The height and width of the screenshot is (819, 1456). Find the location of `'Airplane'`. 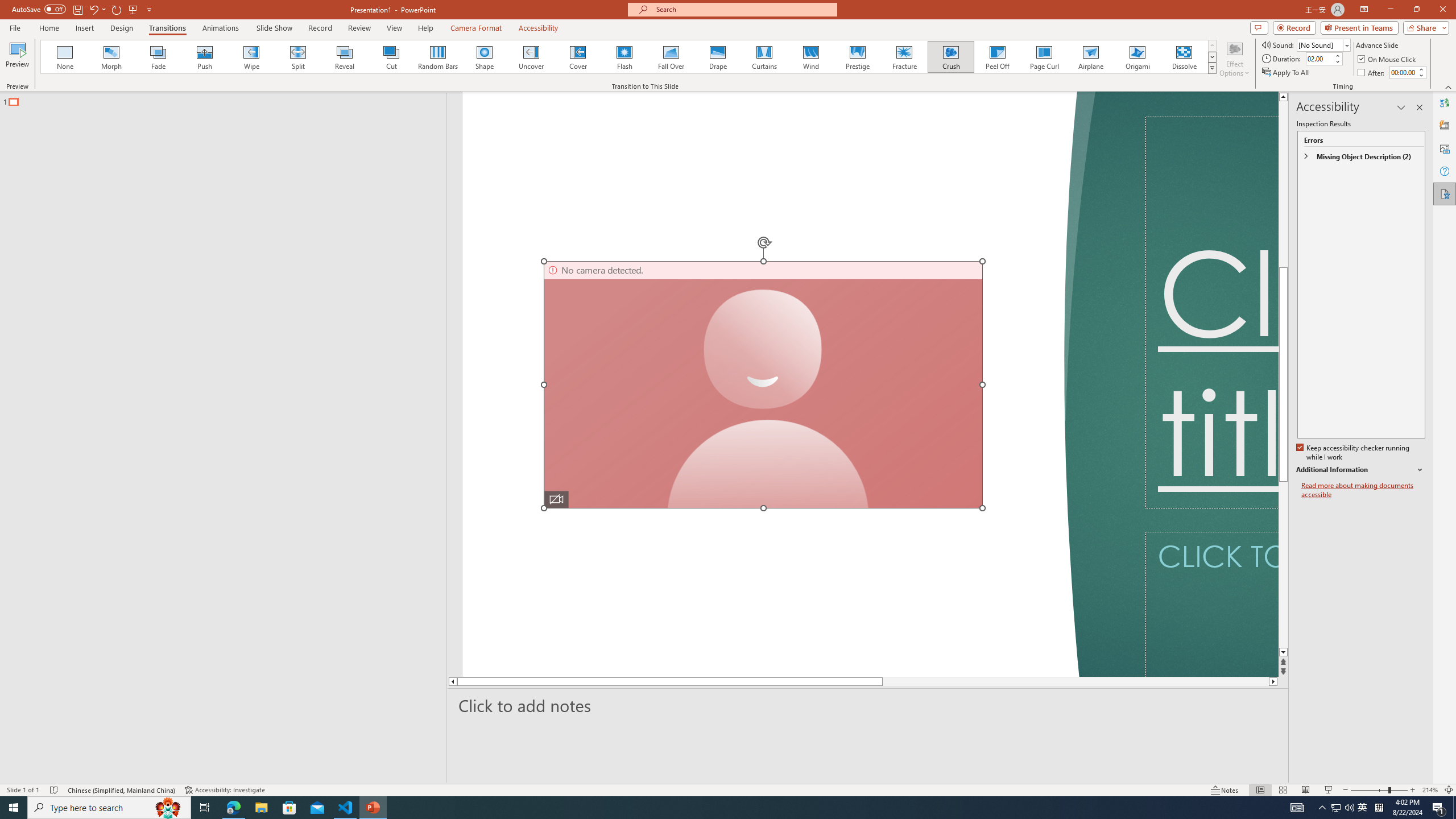

'Airplane' is located at coordinates (1090, 56).